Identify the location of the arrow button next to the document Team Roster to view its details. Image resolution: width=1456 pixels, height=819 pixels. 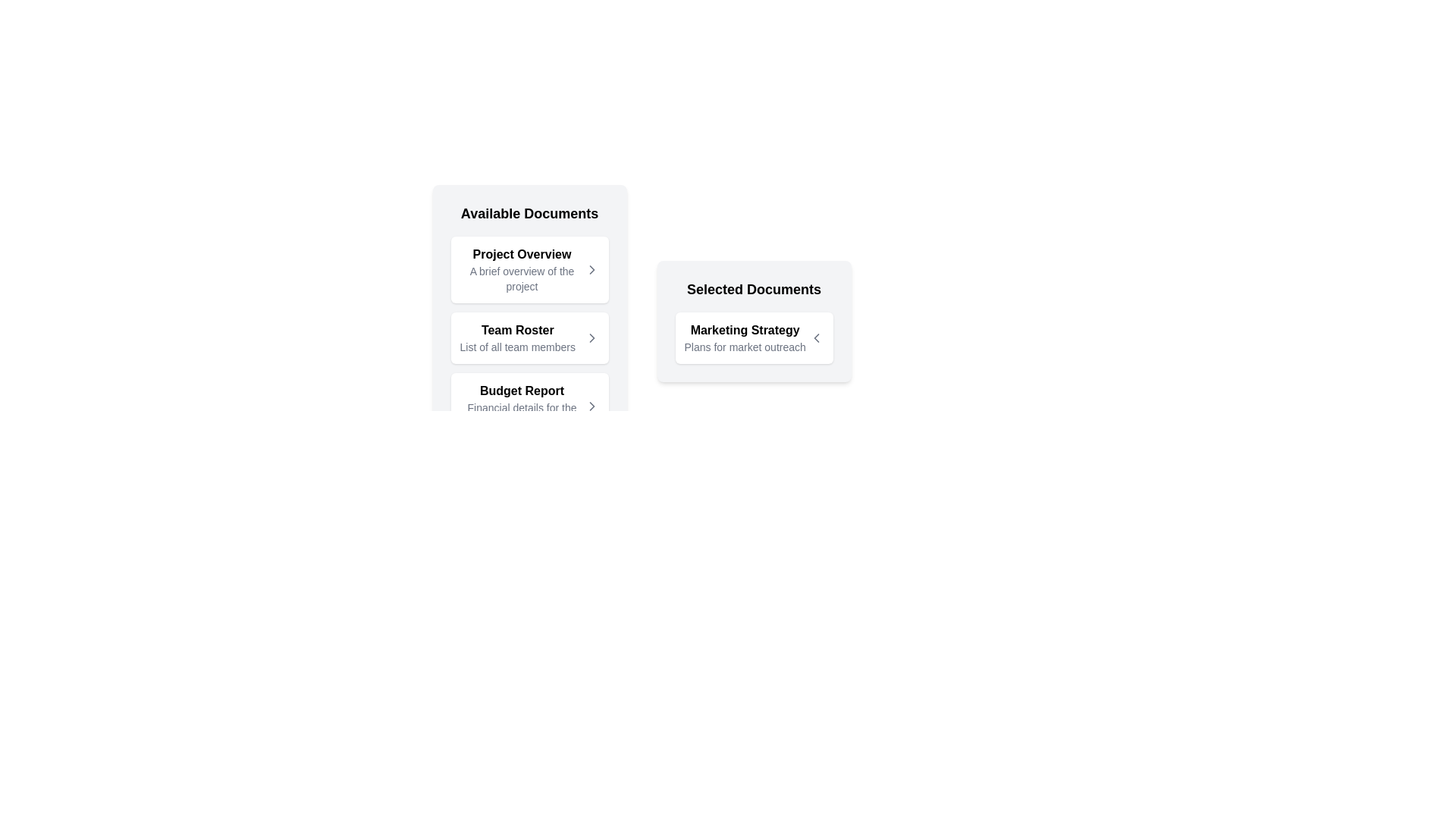
(591, 337).